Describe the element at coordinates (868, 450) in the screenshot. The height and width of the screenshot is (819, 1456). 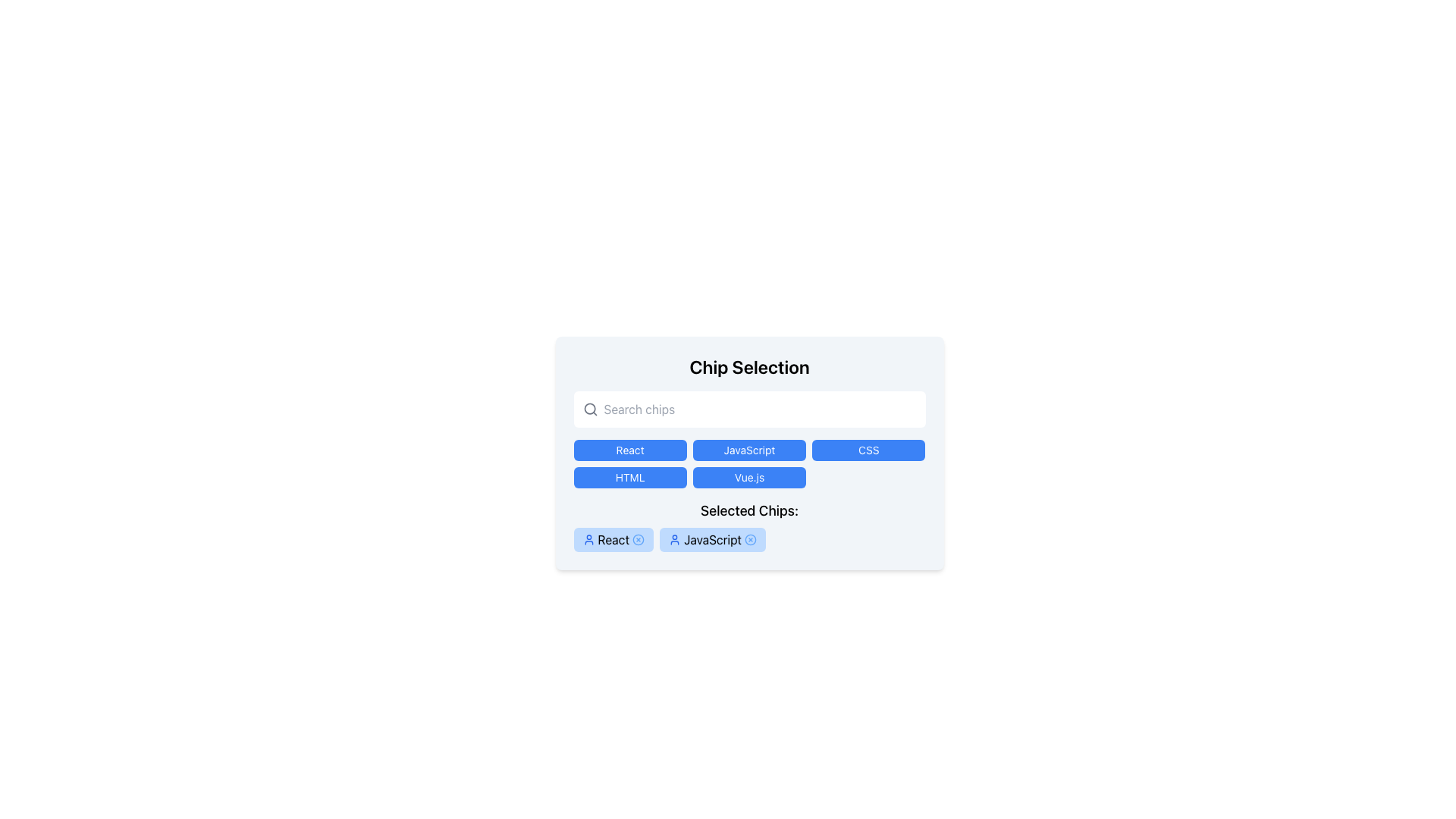
I see `the rectangular button with a blue background and white text labeled 'CSS'` at that location.